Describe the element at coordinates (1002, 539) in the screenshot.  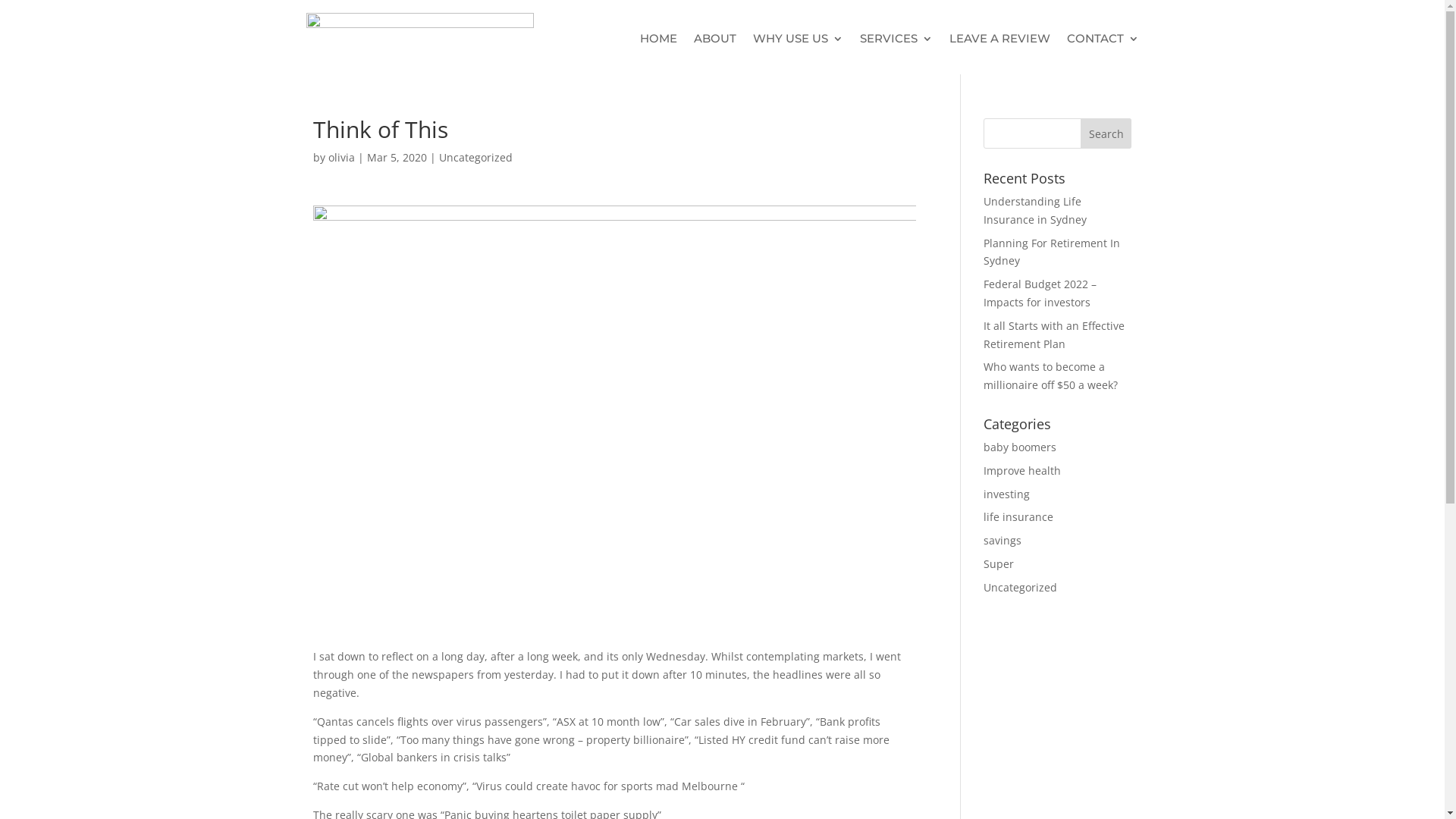
I see `'savings'` at that location.